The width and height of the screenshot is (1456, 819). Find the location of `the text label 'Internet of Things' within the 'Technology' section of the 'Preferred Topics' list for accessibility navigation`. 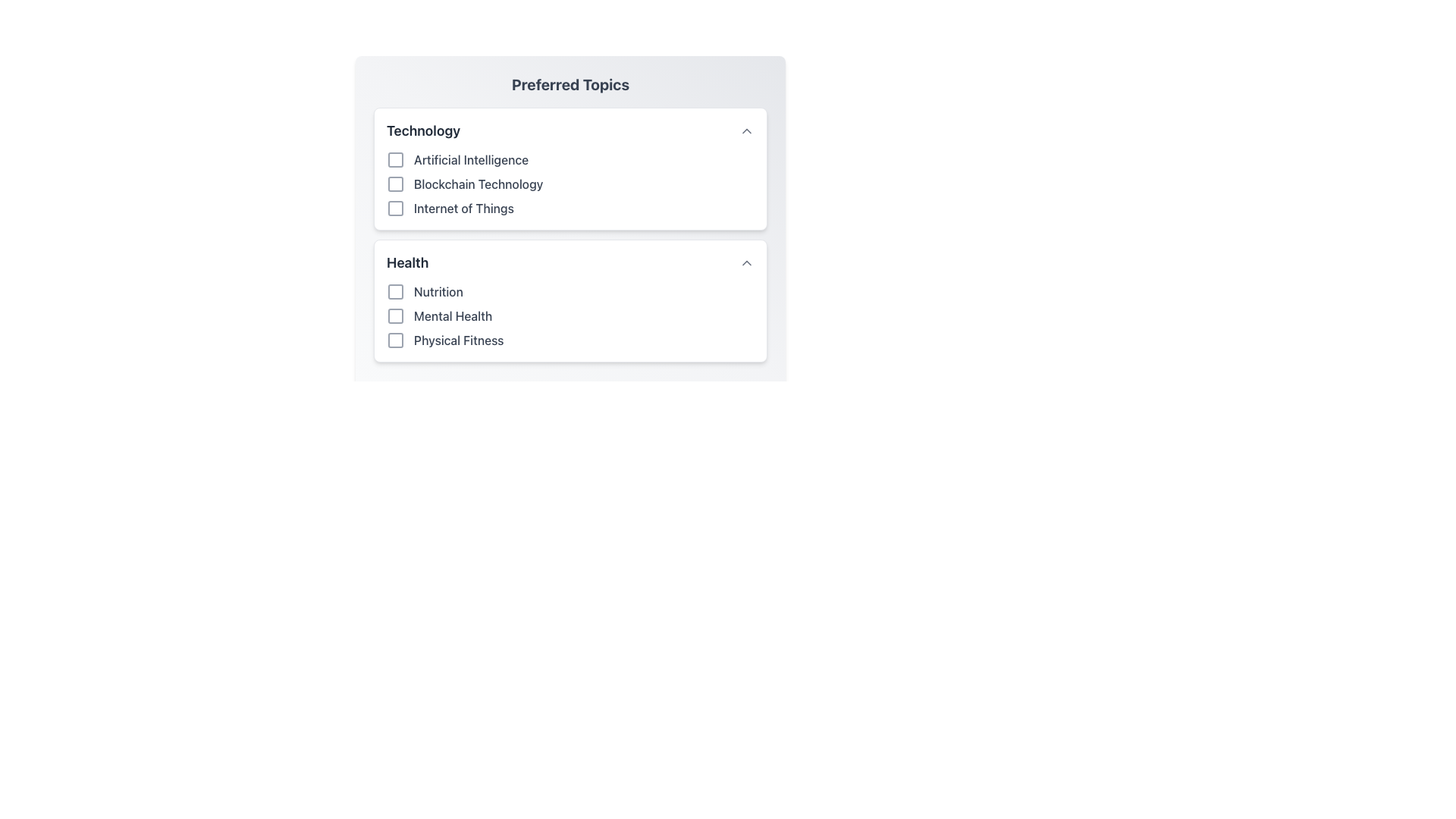

the text label 'Internet of Things' within the 'Technology' section of the 'Preferred Topics' list for accessibility navigation is located at coordinates (570, 208).